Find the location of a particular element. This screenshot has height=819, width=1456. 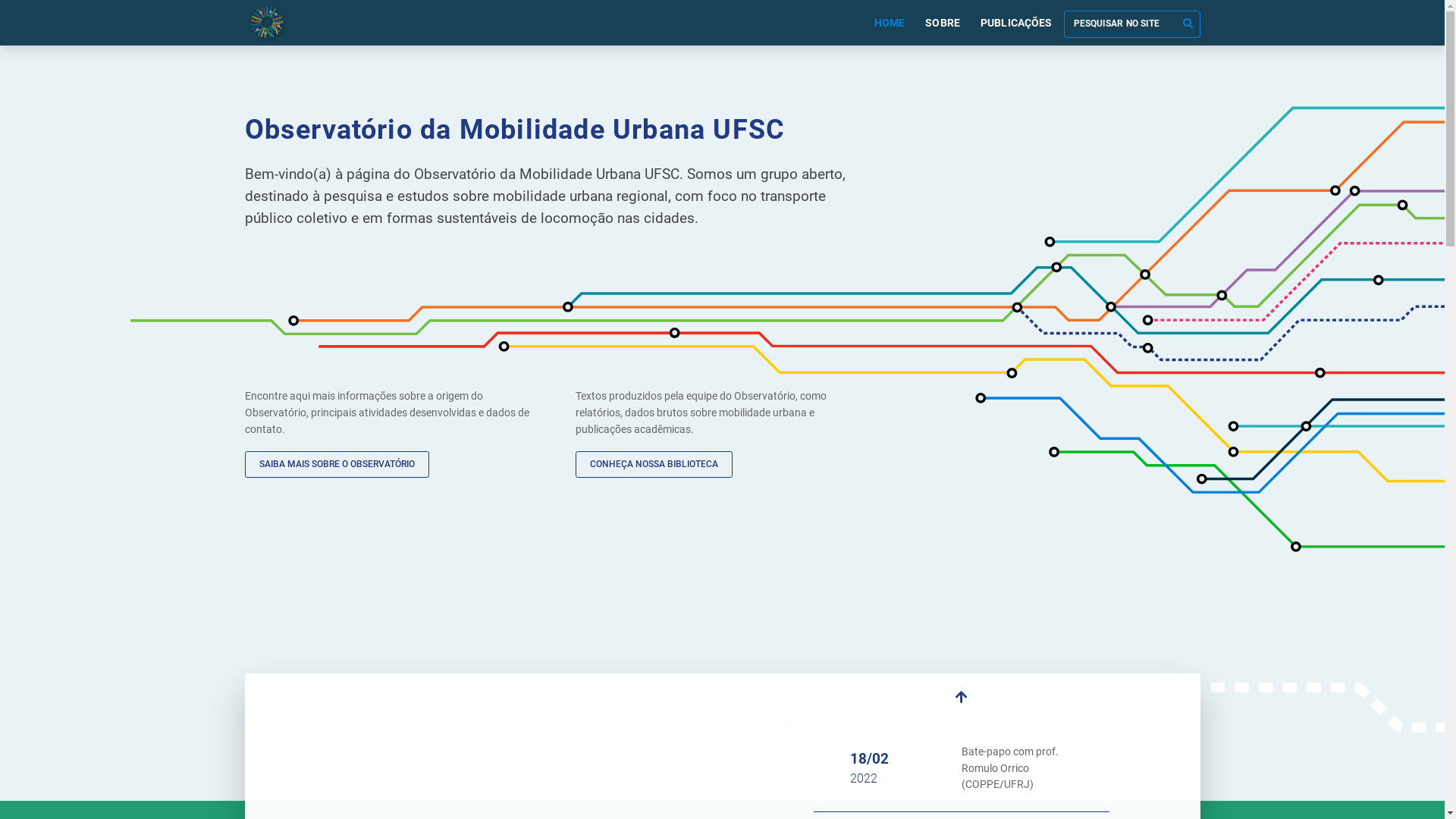

'SOBRE' is located at coordinates (942, 23).